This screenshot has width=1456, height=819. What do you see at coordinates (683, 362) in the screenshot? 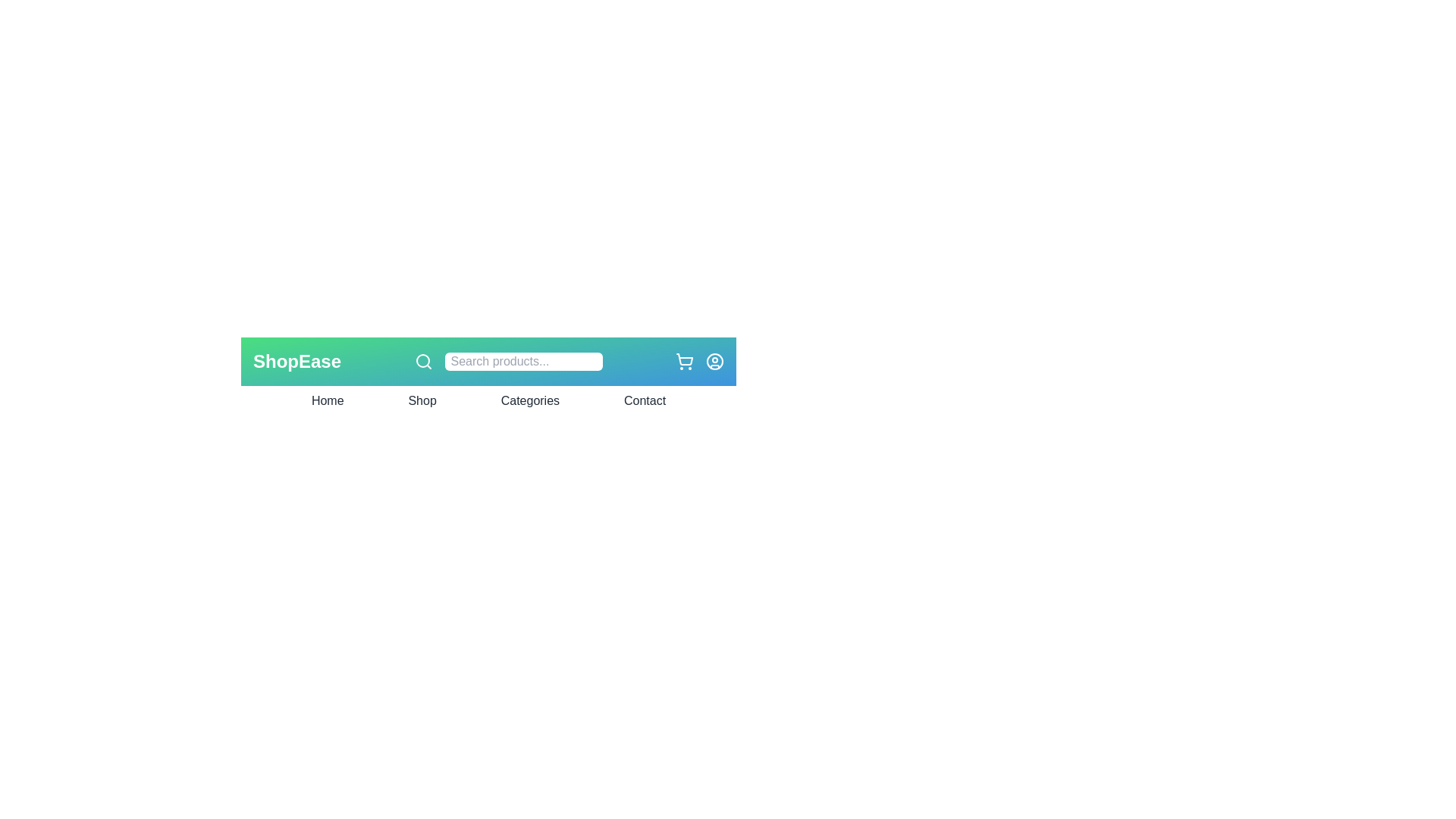
I see `the shopping cart icon` at bounding box center [683, 362].